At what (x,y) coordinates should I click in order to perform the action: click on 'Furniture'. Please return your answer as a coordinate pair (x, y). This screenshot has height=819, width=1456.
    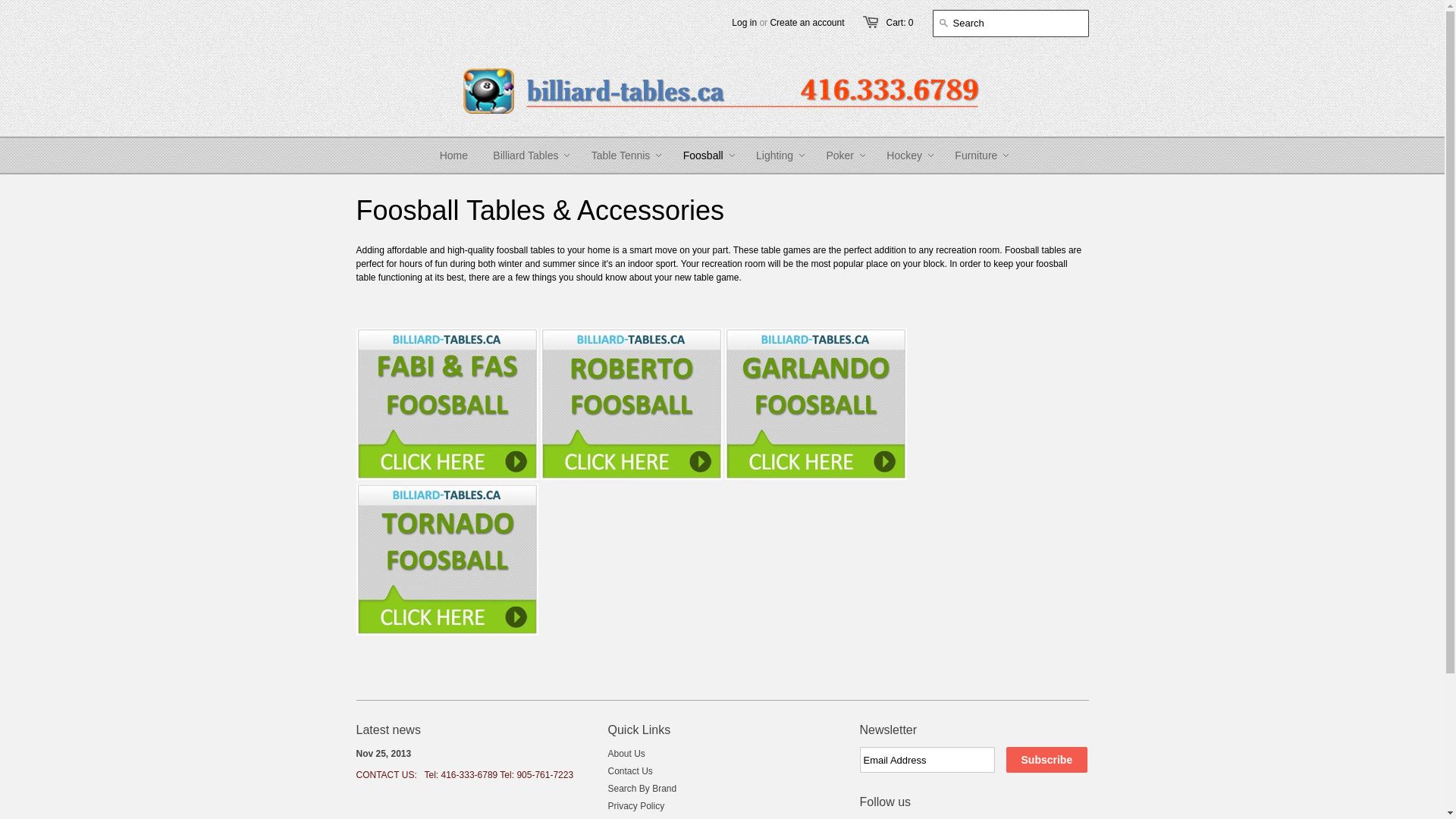
    Looking at the image, I should click on (975, 155).